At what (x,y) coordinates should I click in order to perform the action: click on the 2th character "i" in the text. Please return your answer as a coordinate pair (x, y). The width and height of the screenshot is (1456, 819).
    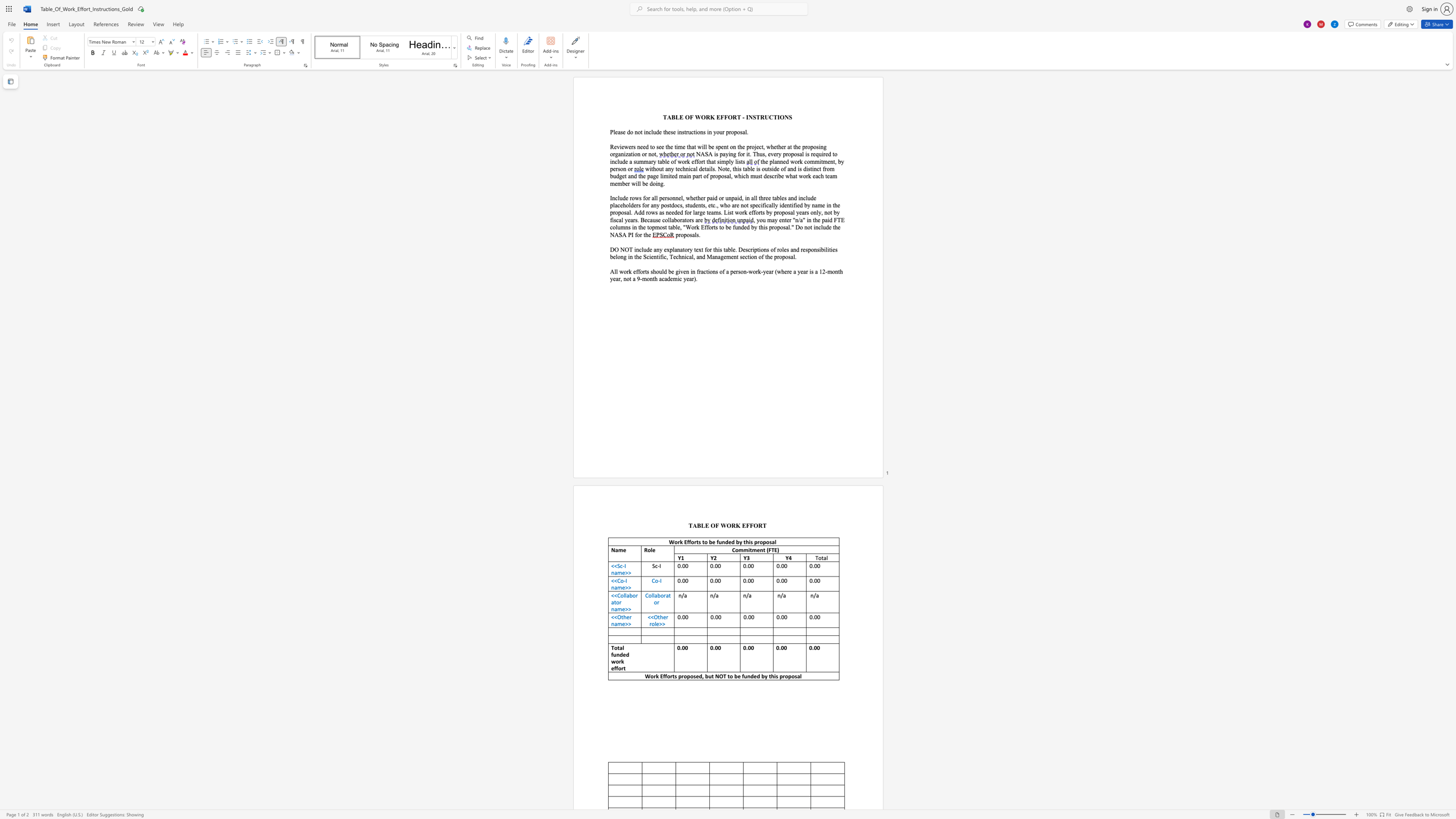
    Looking at the image, I should click on (792, 205).